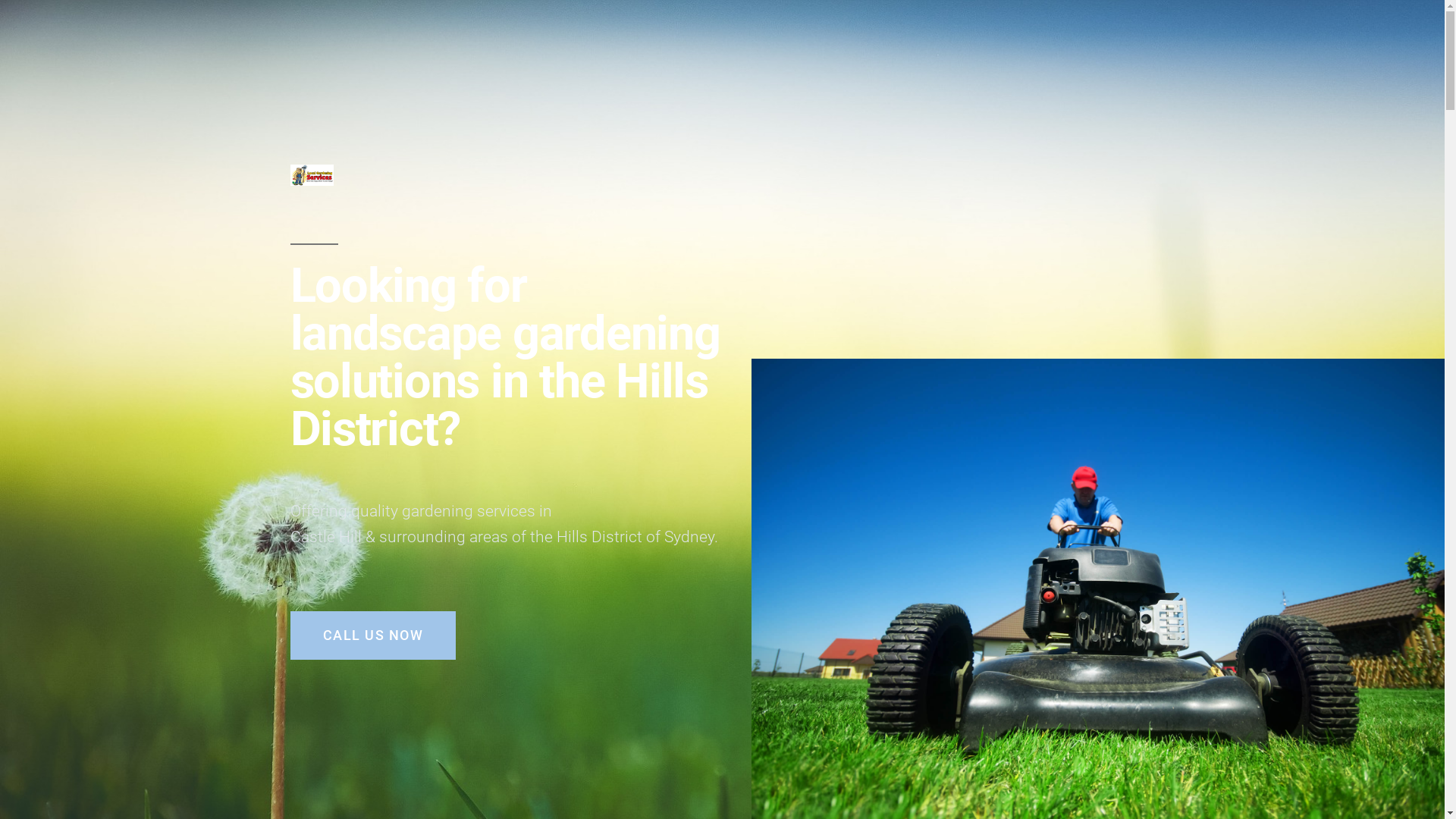 The width and height of the screenshot is (1456, 819). I want to click on 'CALL US NOW', so click(372, 635).